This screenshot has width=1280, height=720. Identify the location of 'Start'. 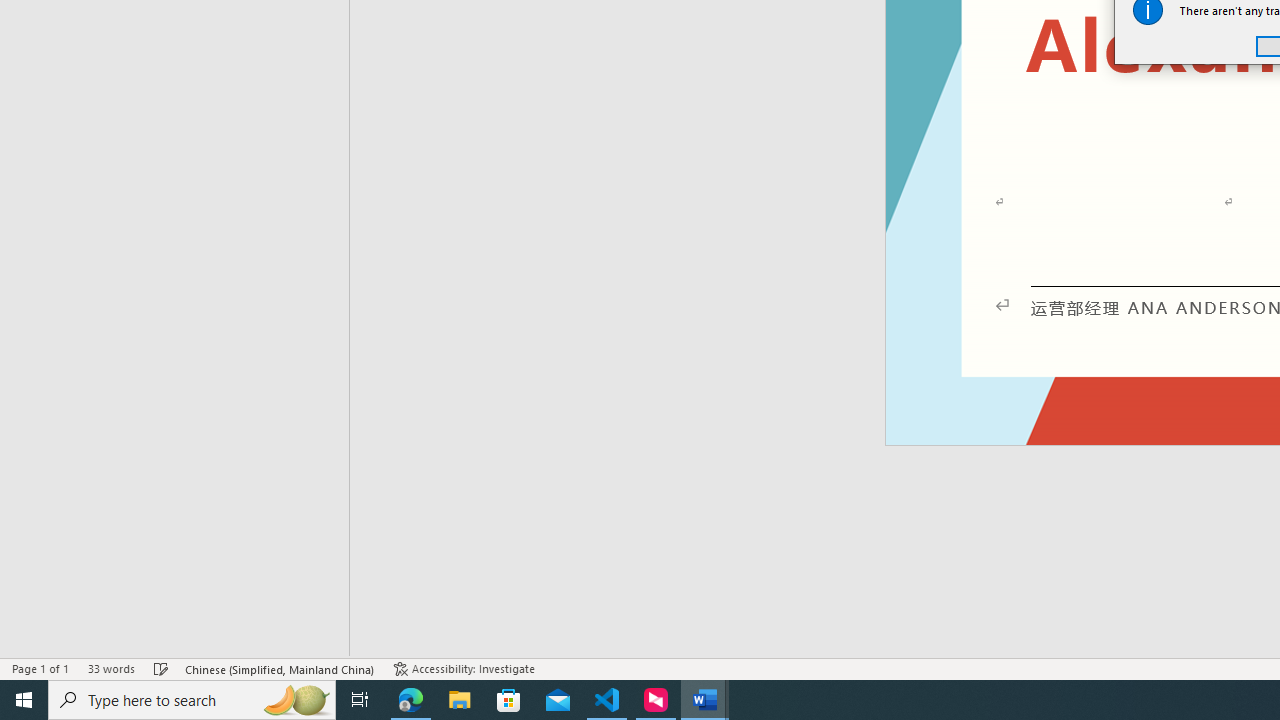
(24, 698).